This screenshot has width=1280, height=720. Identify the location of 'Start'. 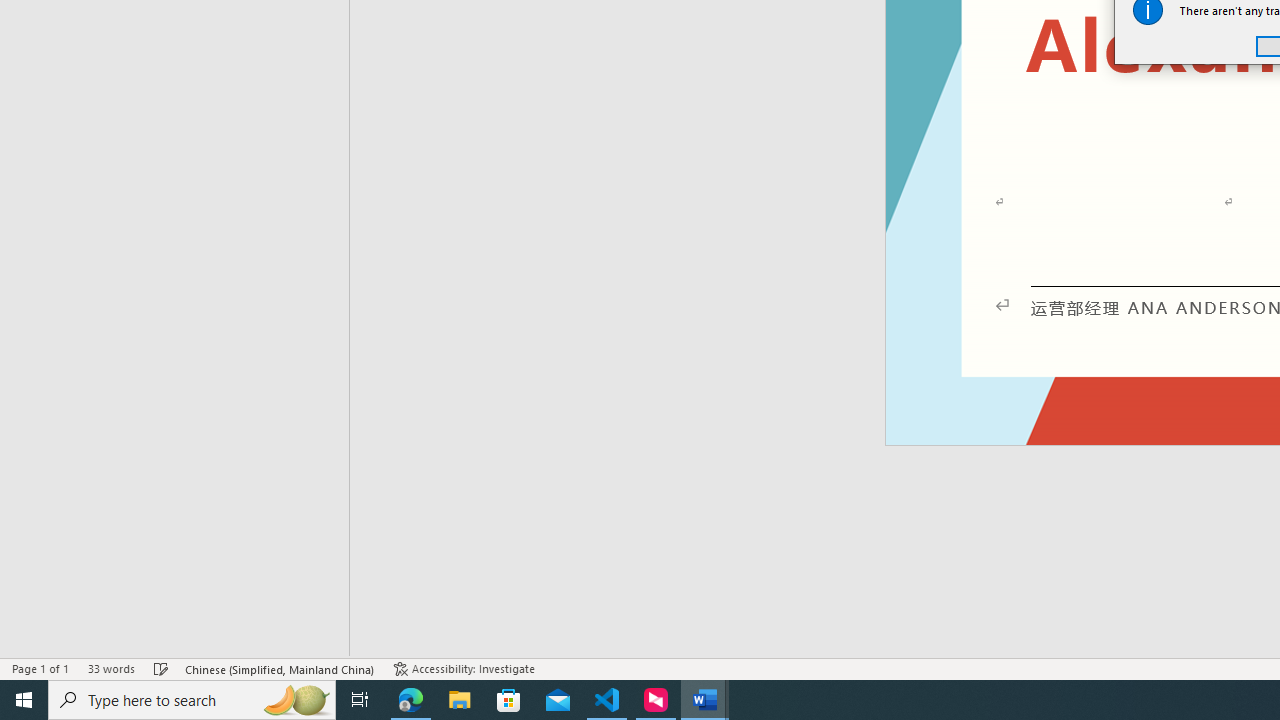
(24, 698).